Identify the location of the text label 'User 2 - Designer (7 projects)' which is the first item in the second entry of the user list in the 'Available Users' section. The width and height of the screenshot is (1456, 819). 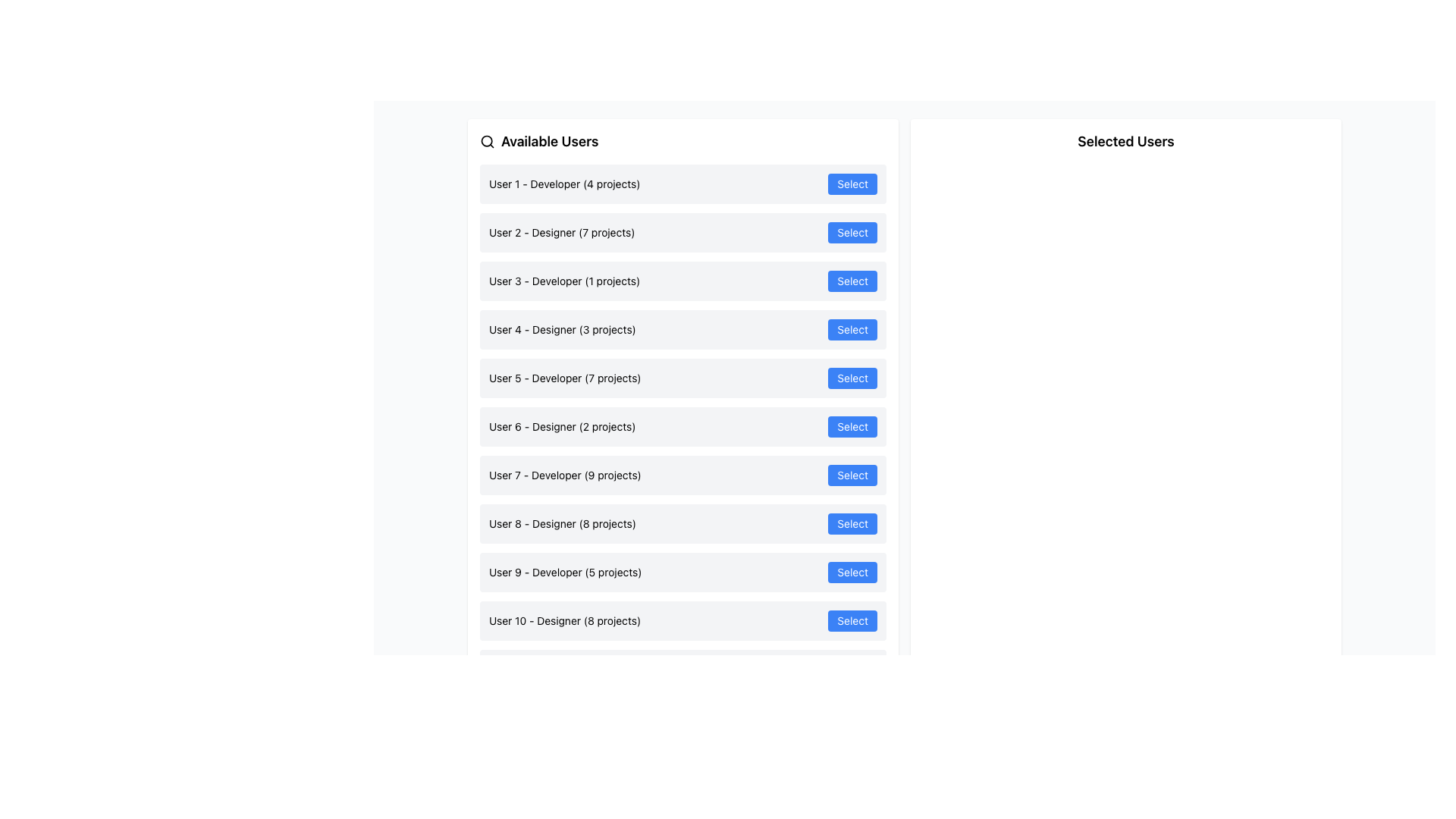
(561, 233).